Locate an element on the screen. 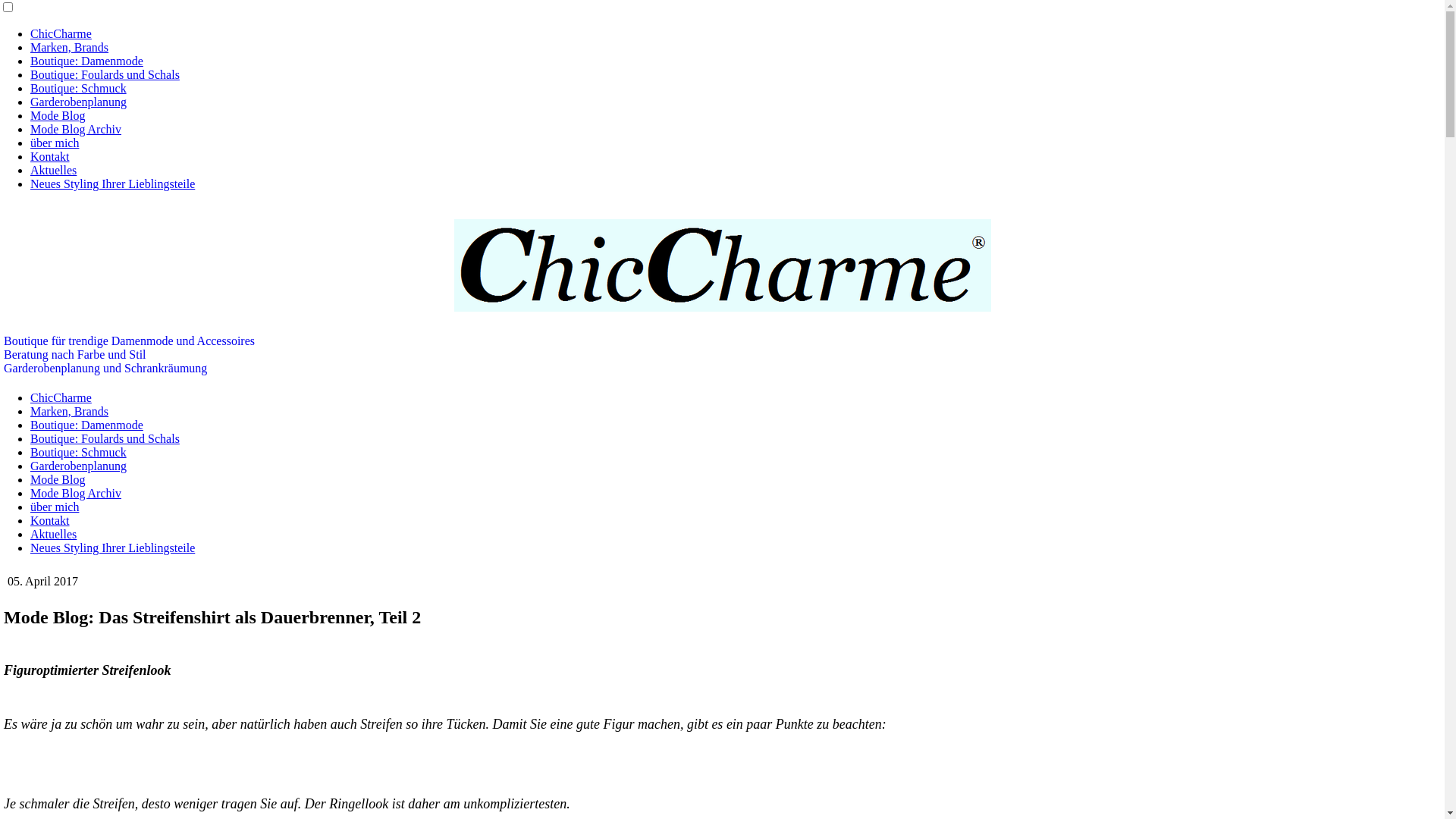 The height and width of the screenshot is (819, 1456). 'Boutique: Foulards und Schals' is located at coordinates (104, 74).